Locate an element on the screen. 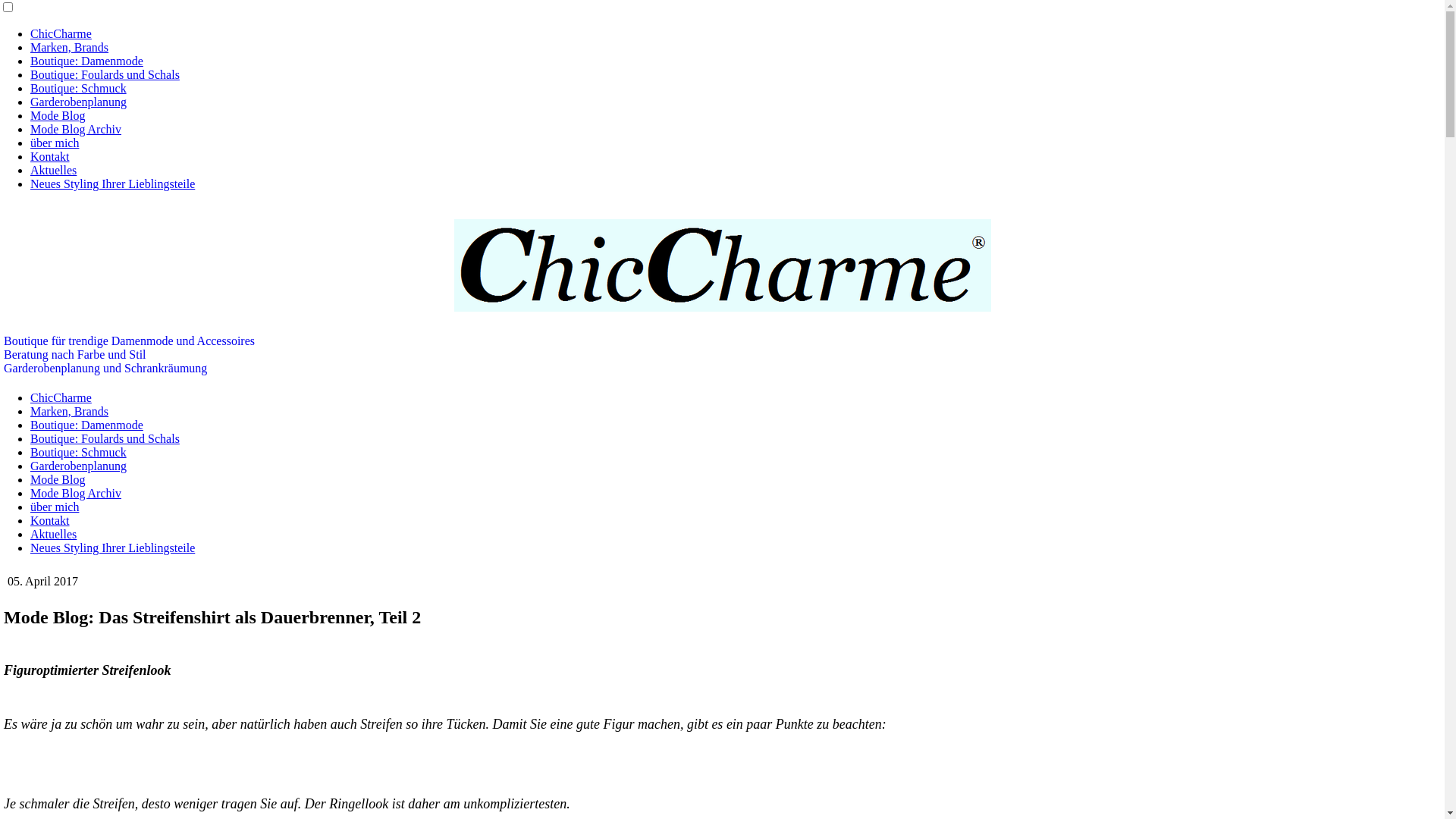 The height and width of the screenshot is (819, 1456). 'Boutique: Foulards und Schals' is located at coordinates (104, 74).